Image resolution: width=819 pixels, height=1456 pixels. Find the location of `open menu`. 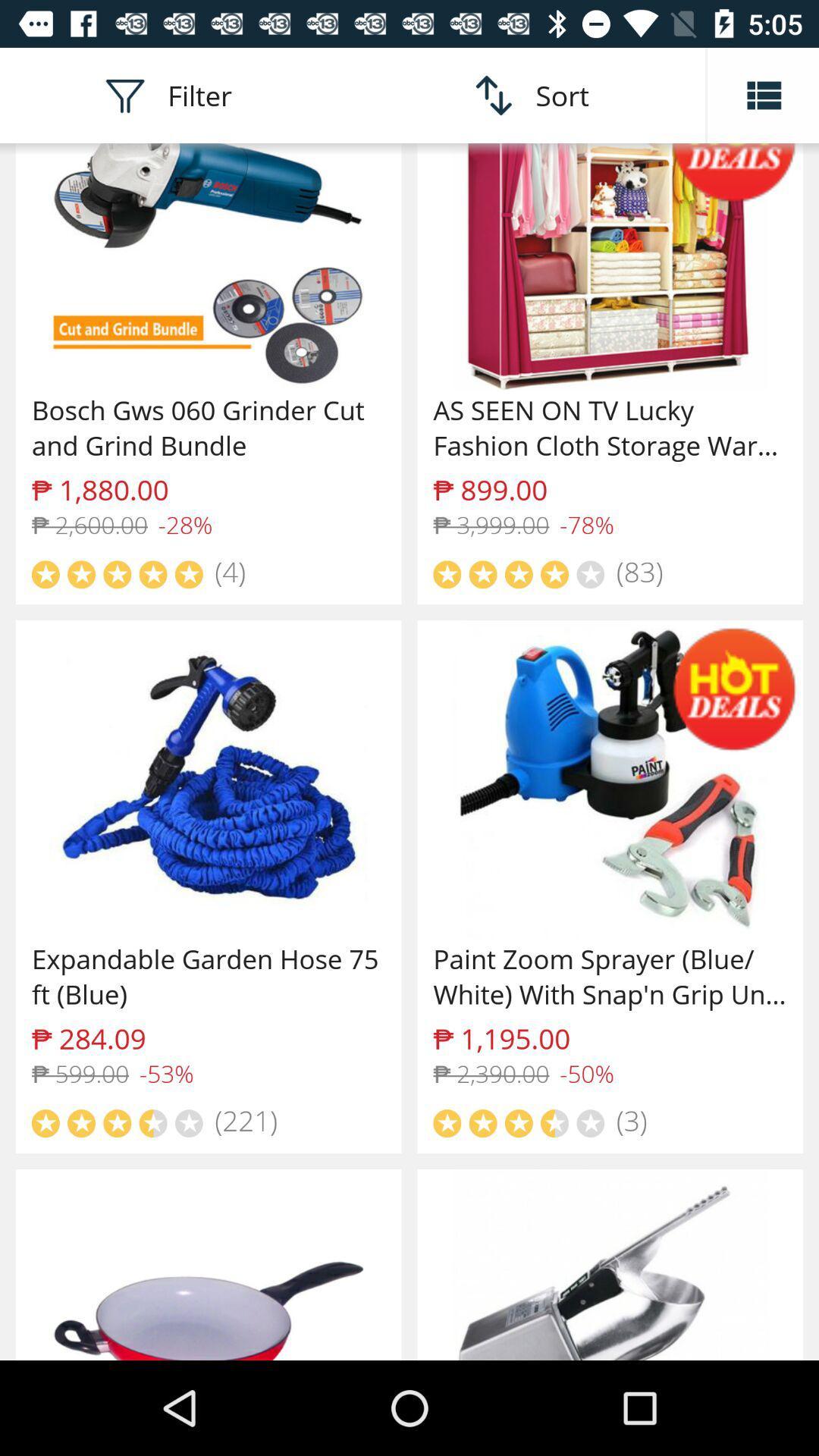

open menu is located at coordinates (763, 94).